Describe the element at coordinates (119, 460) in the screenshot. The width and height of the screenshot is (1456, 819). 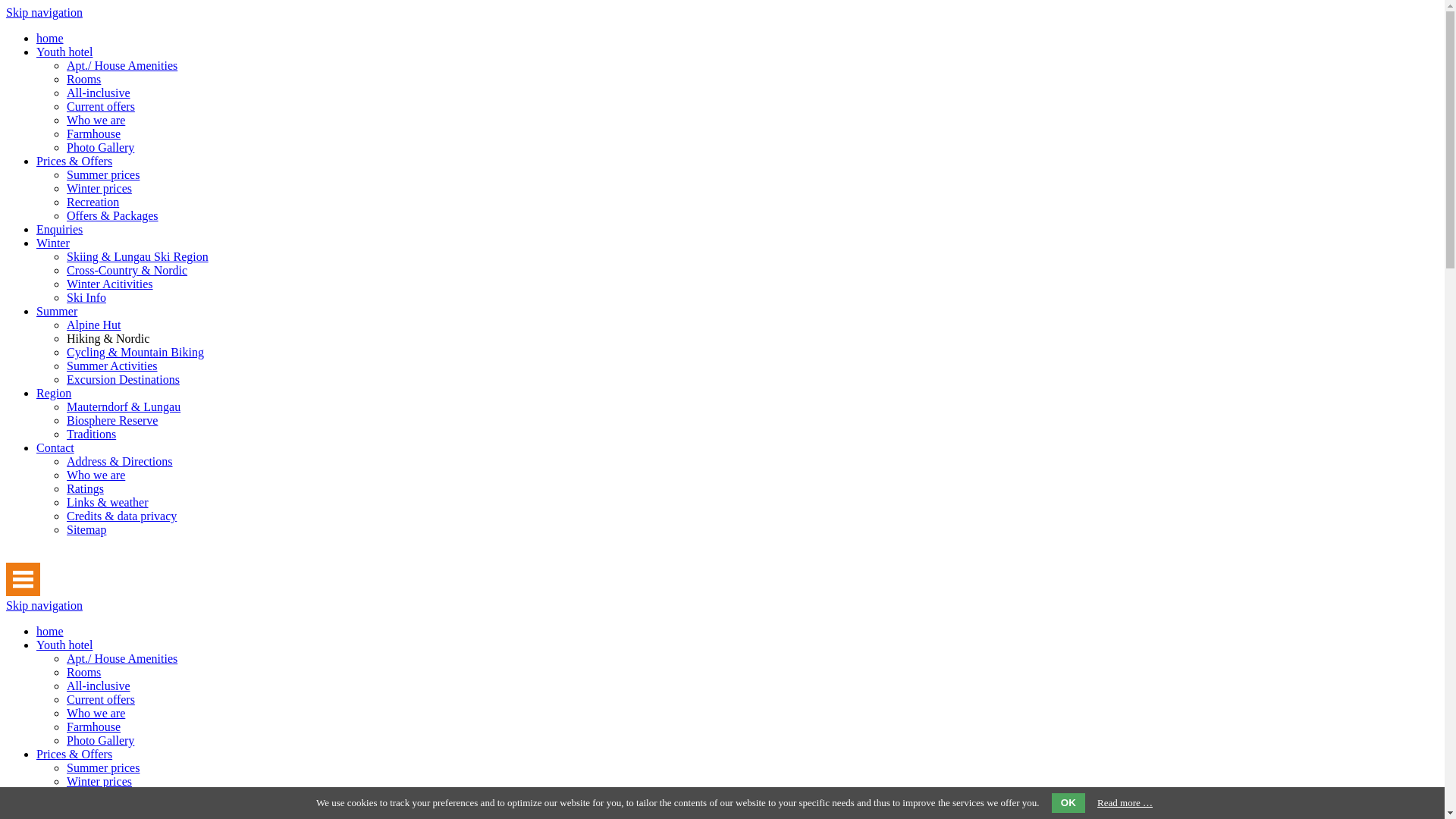
I see `'Address & Directions'` at that location.